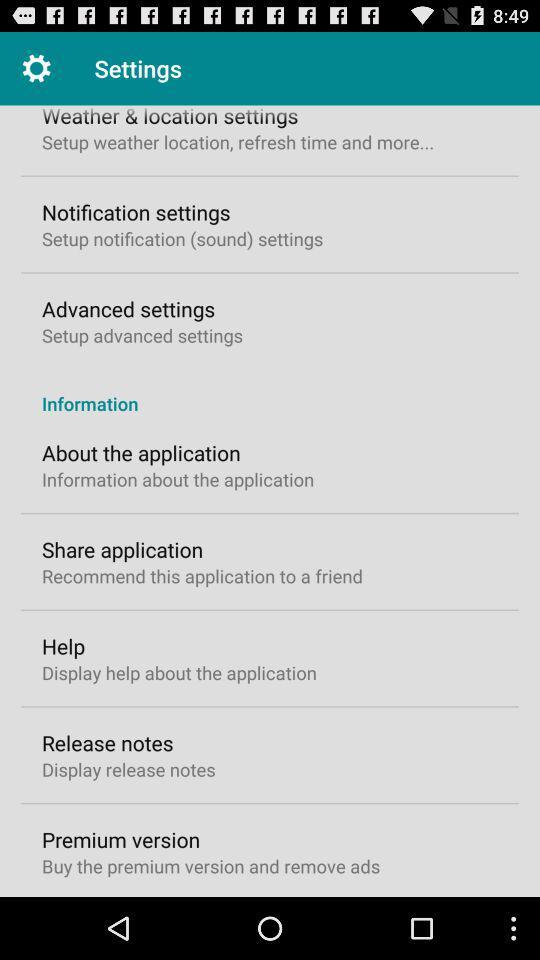  What do you see at coordinates (122, 549) in the screenshot?
I see `icon below the information about the icon` at bounding box center [122, 549].